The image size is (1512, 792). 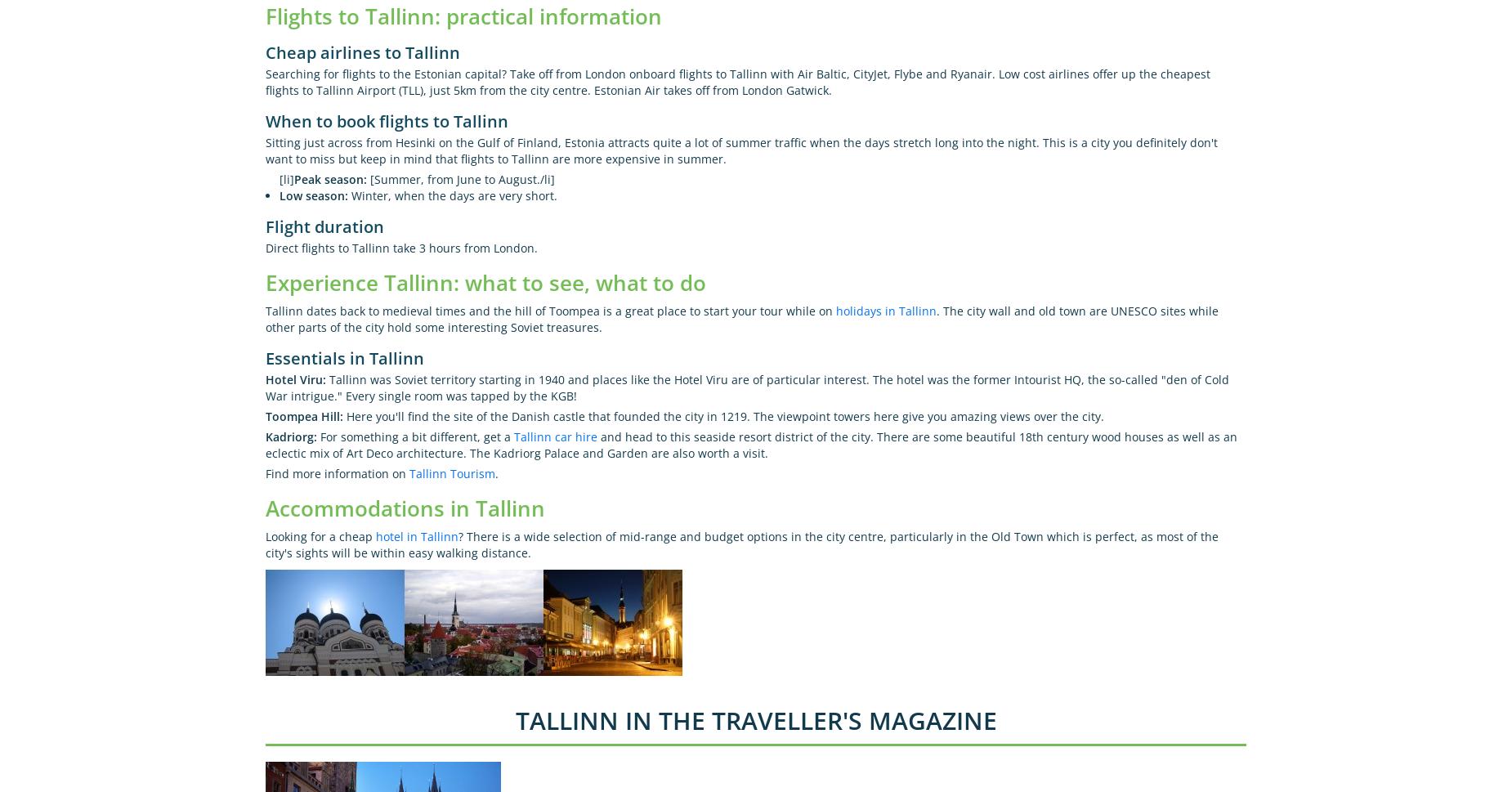 What do you see at coordinates (343, 356) in the screenshot?
I see `'Essentials in Tallinn'` at bounding box center [343, 356].